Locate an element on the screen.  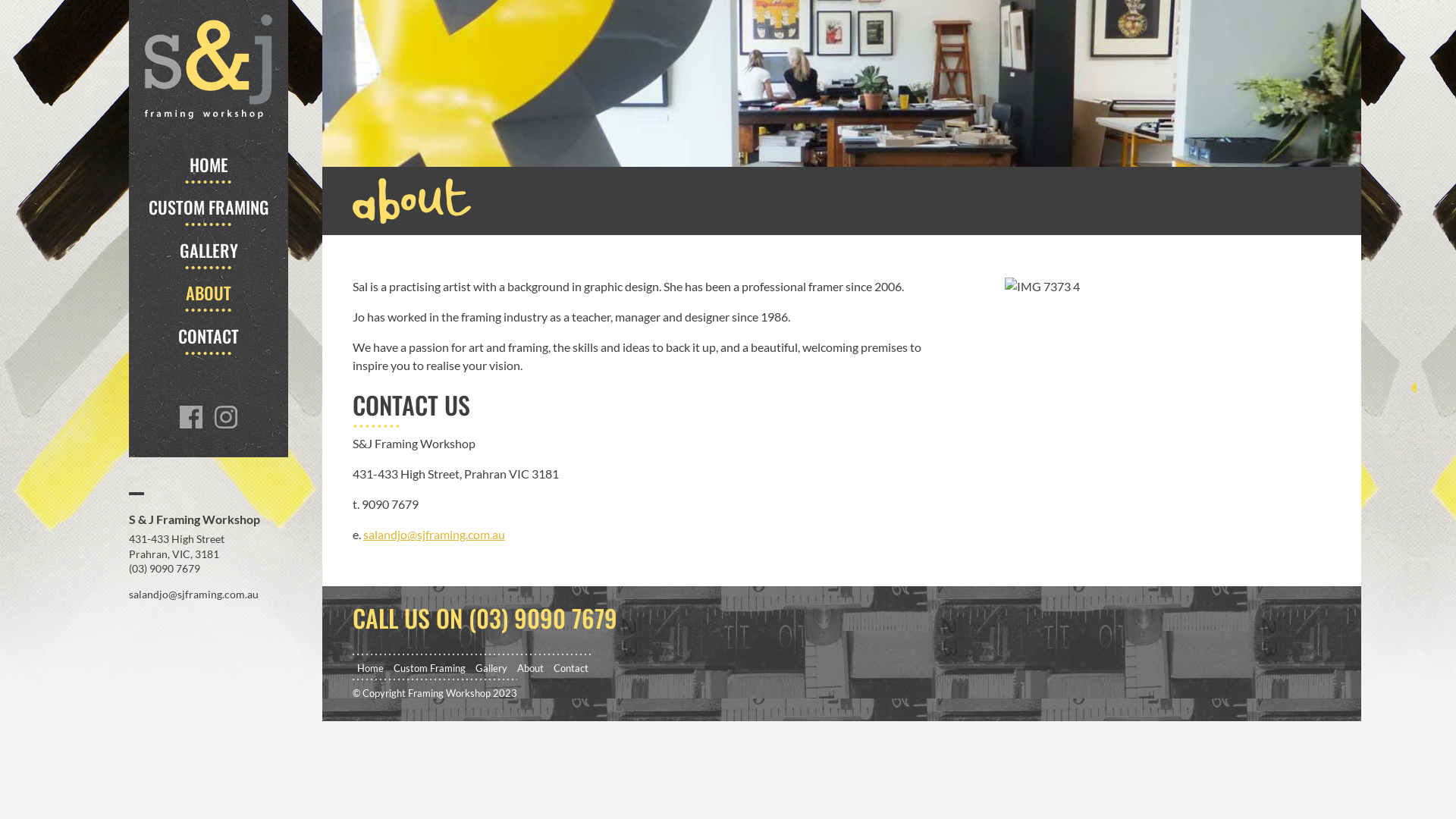
'CONTACT' is located at coordinates (207, 335).